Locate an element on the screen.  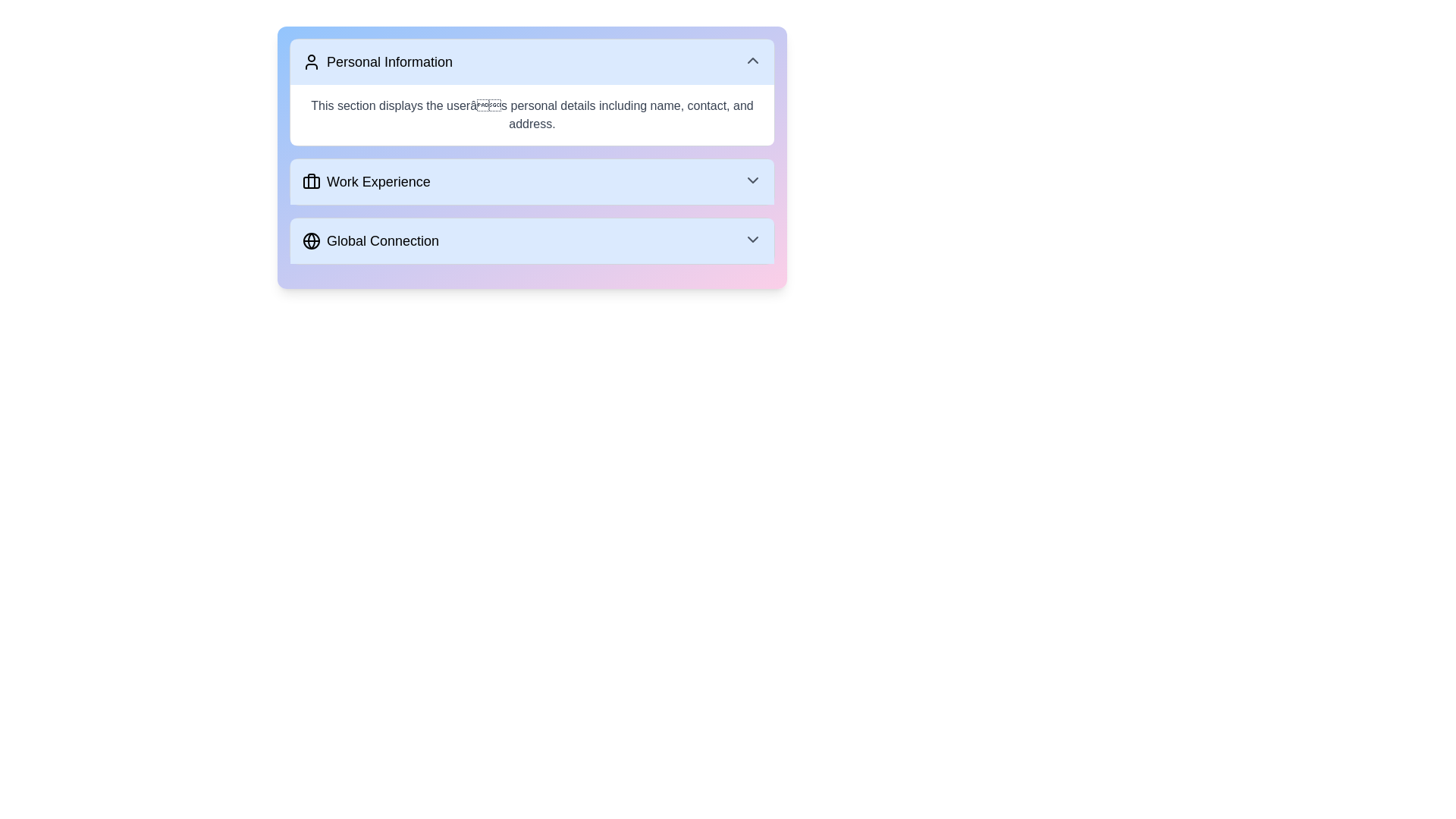
the toggle icon located at the far right of the 'Personal Information' header to change the visibility of the section is located at coordinates (753, 60).